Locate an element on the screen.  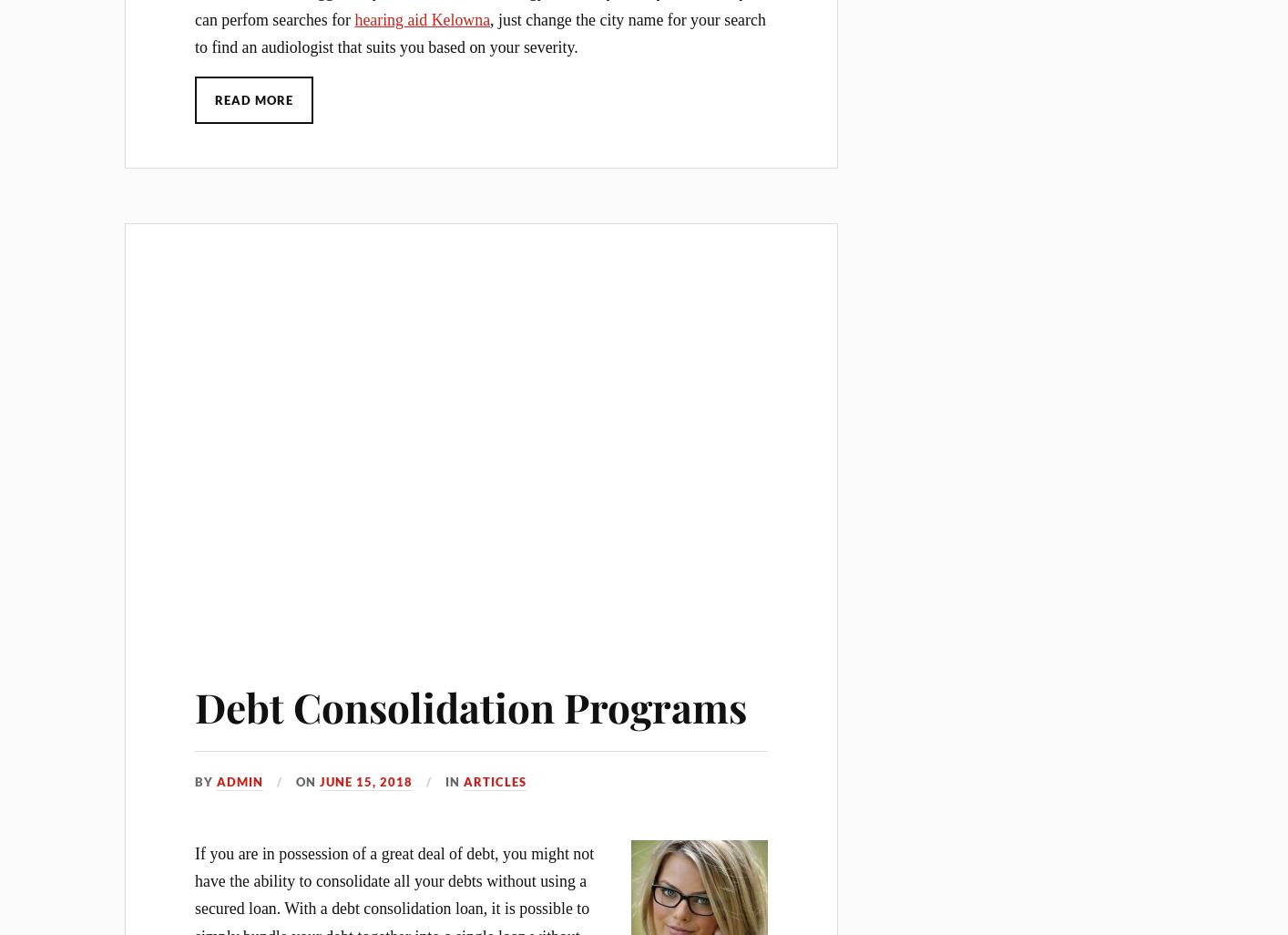
'In' is located at coordinates (455, 782).